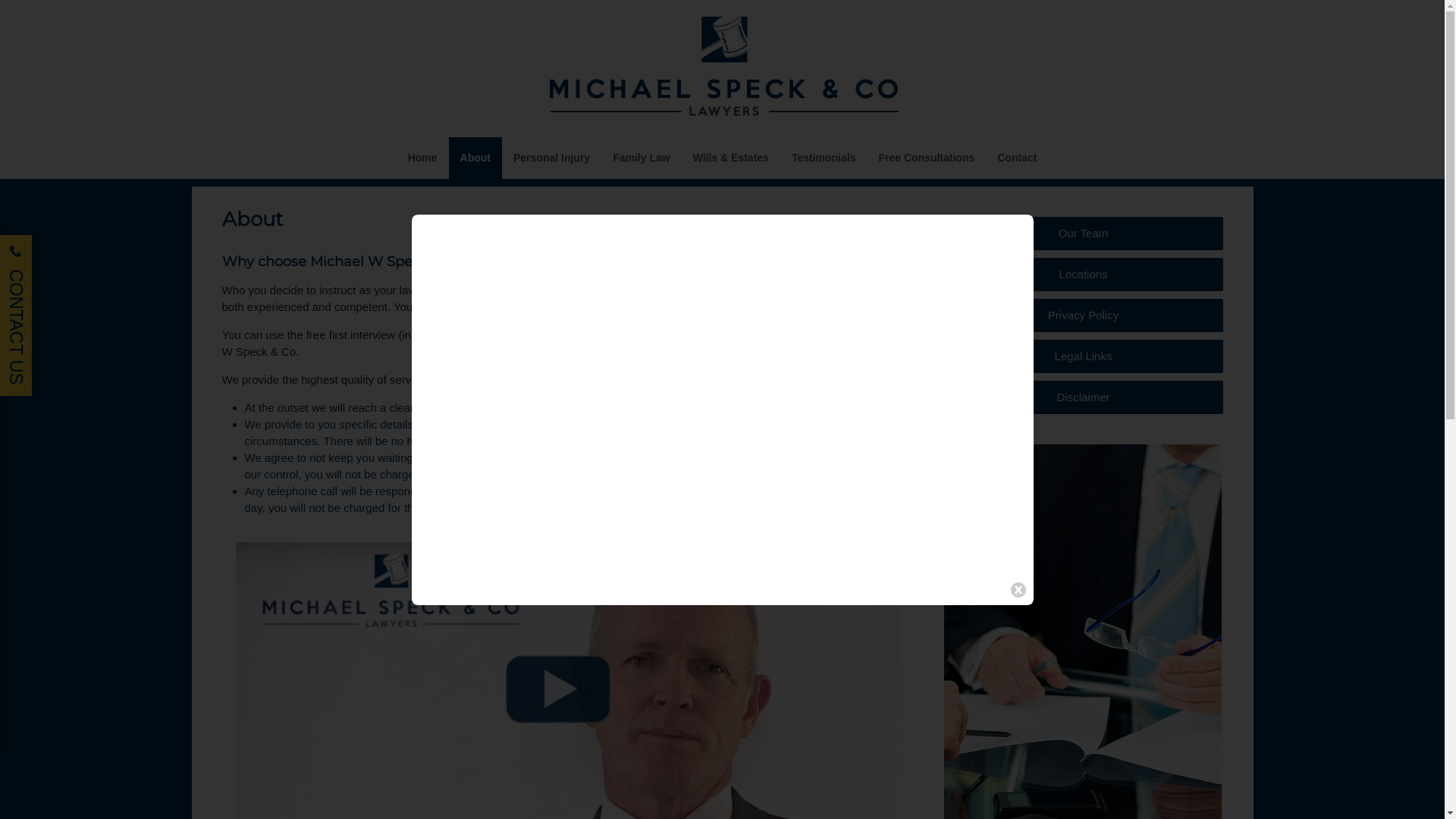  What do you see at coordinates (925, 158) in the screenshot?
I see `'Free Consultations'` at bounding box center [925, 158].